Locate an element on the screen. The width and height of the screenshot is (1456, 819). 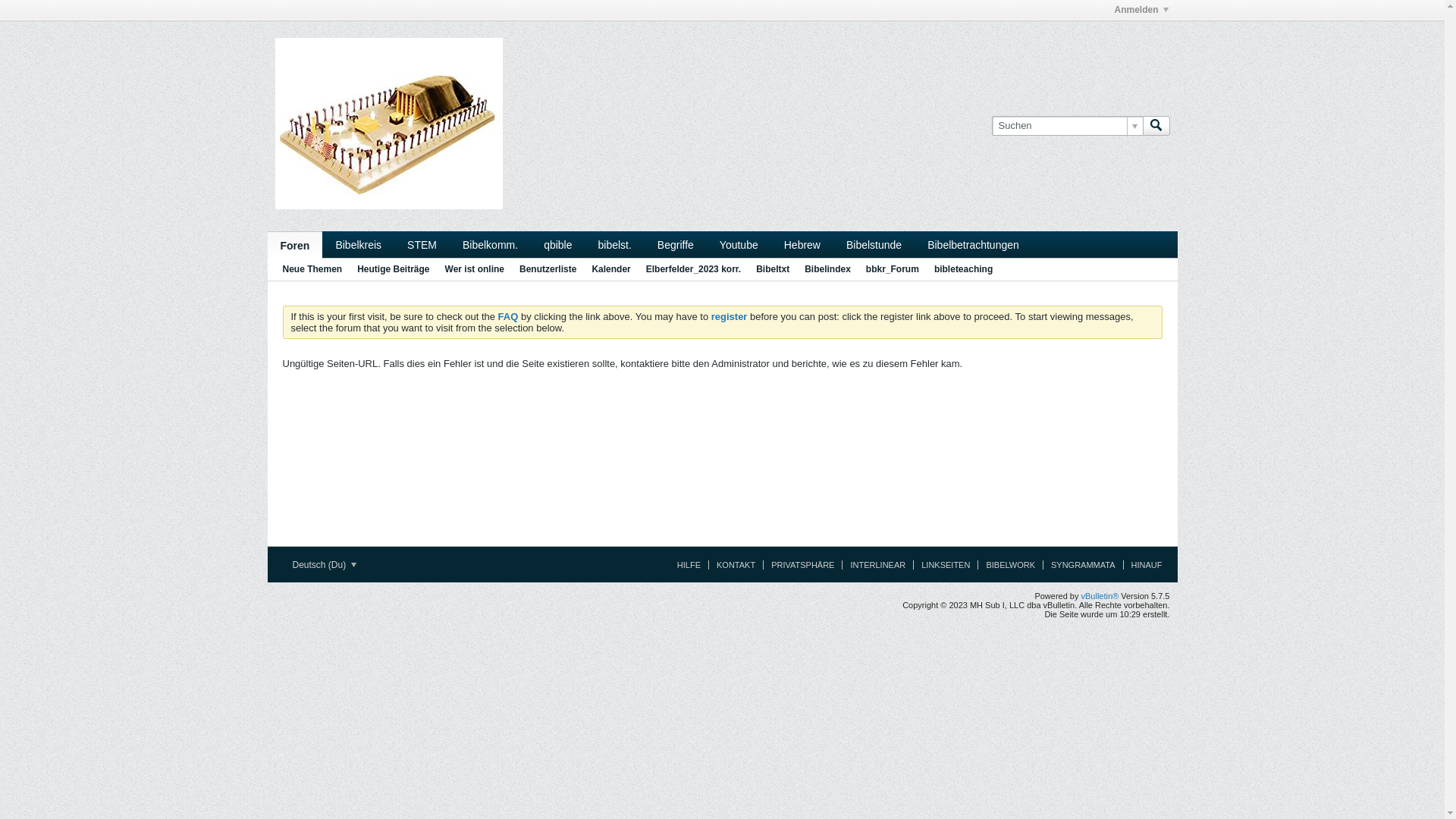
'Benutzerliste' is located at coordinates (547, 268).